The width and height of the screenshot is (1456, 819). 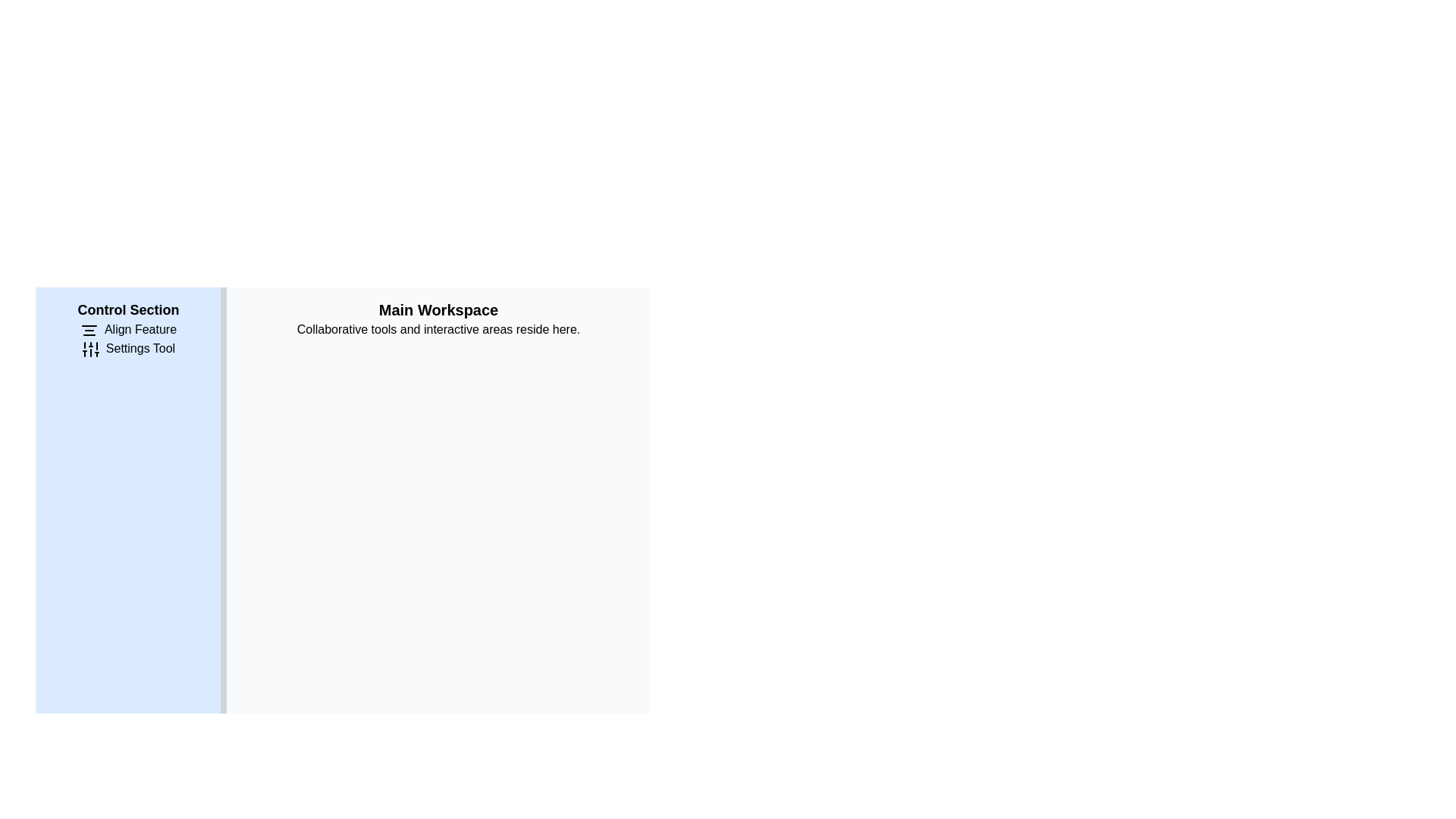 What do you see at coordinates (128, 349) in the screenshot?
I see `the 'Settings Tool' button, which features a minimalist vertical sliders icon and is the second item in the vertical stack within the 'Control Section' area` at bounding box center [128, 349].